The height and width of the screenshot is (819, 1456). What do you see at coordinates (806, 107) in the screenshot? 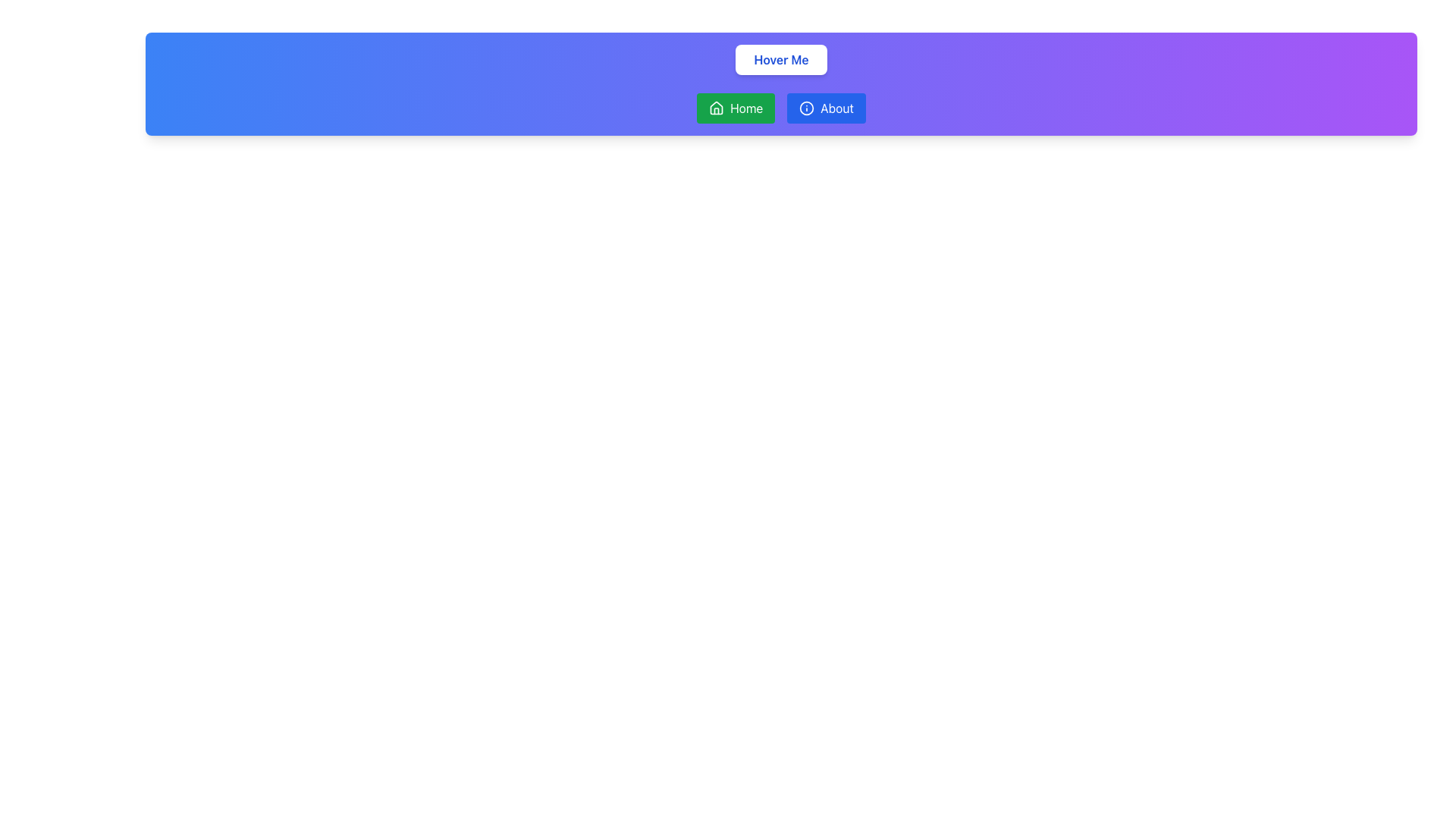
I see `the SVG circle element within the 'About' button located to the right of the 'Home' button in the top navigation bar` at bounding box center [806, 107].